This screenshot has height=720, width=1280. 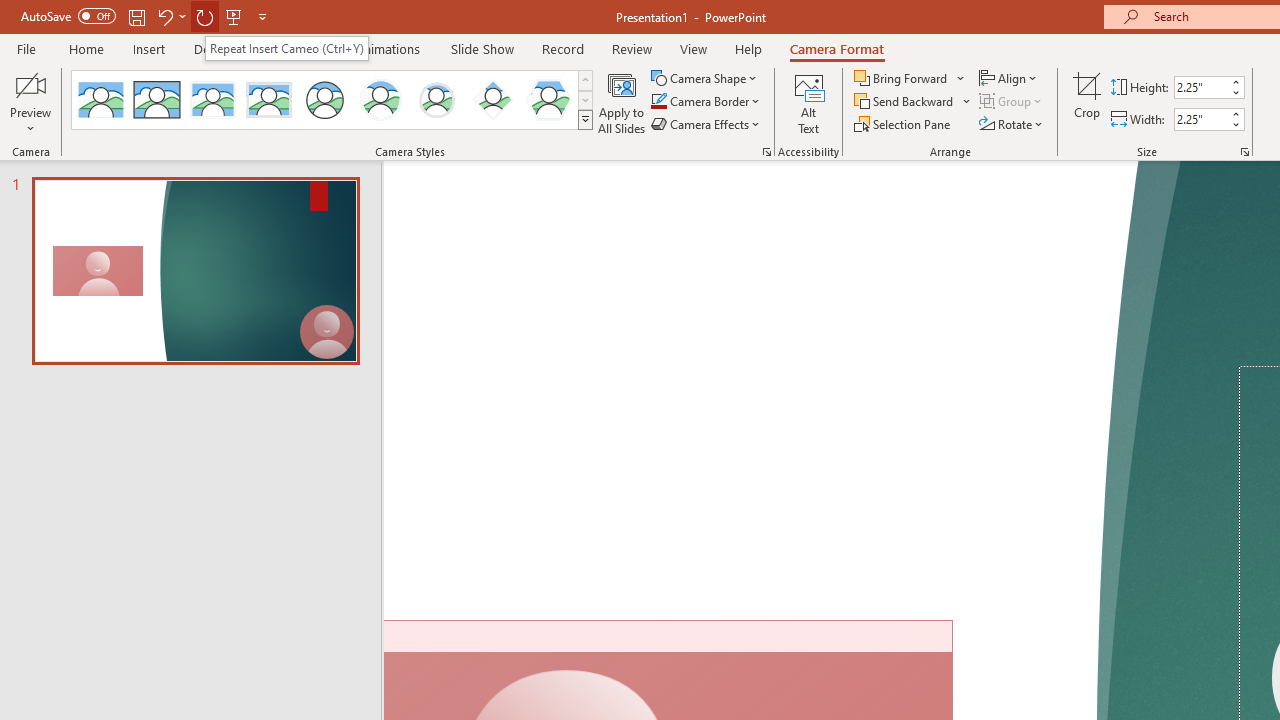 I want to click on 'Row up', so click(x=584, y=79).